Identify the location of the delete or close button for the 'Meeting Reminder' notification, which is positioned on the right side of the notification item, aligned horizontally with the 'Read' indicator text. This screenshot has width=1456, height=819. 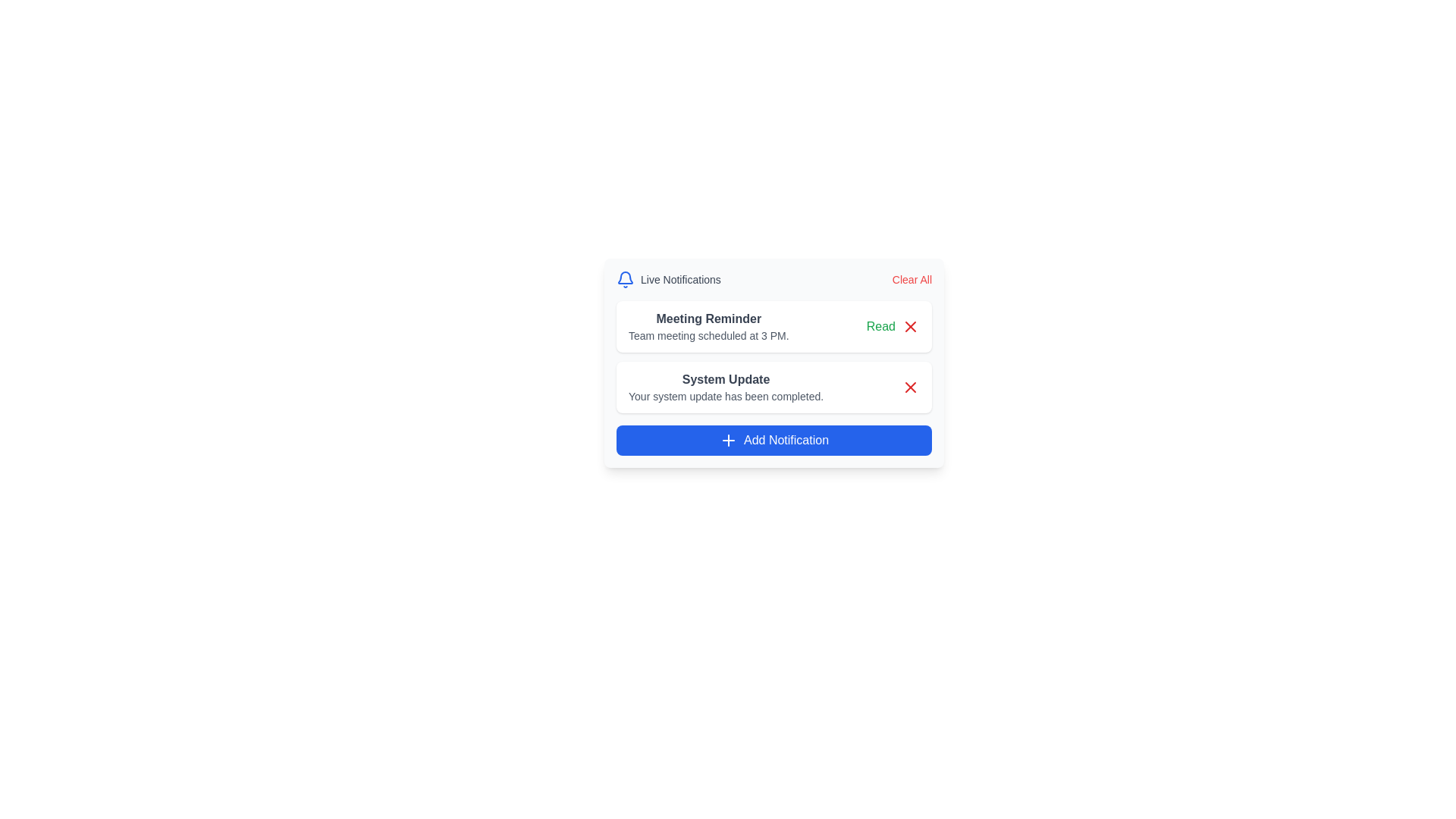
(910, 326).